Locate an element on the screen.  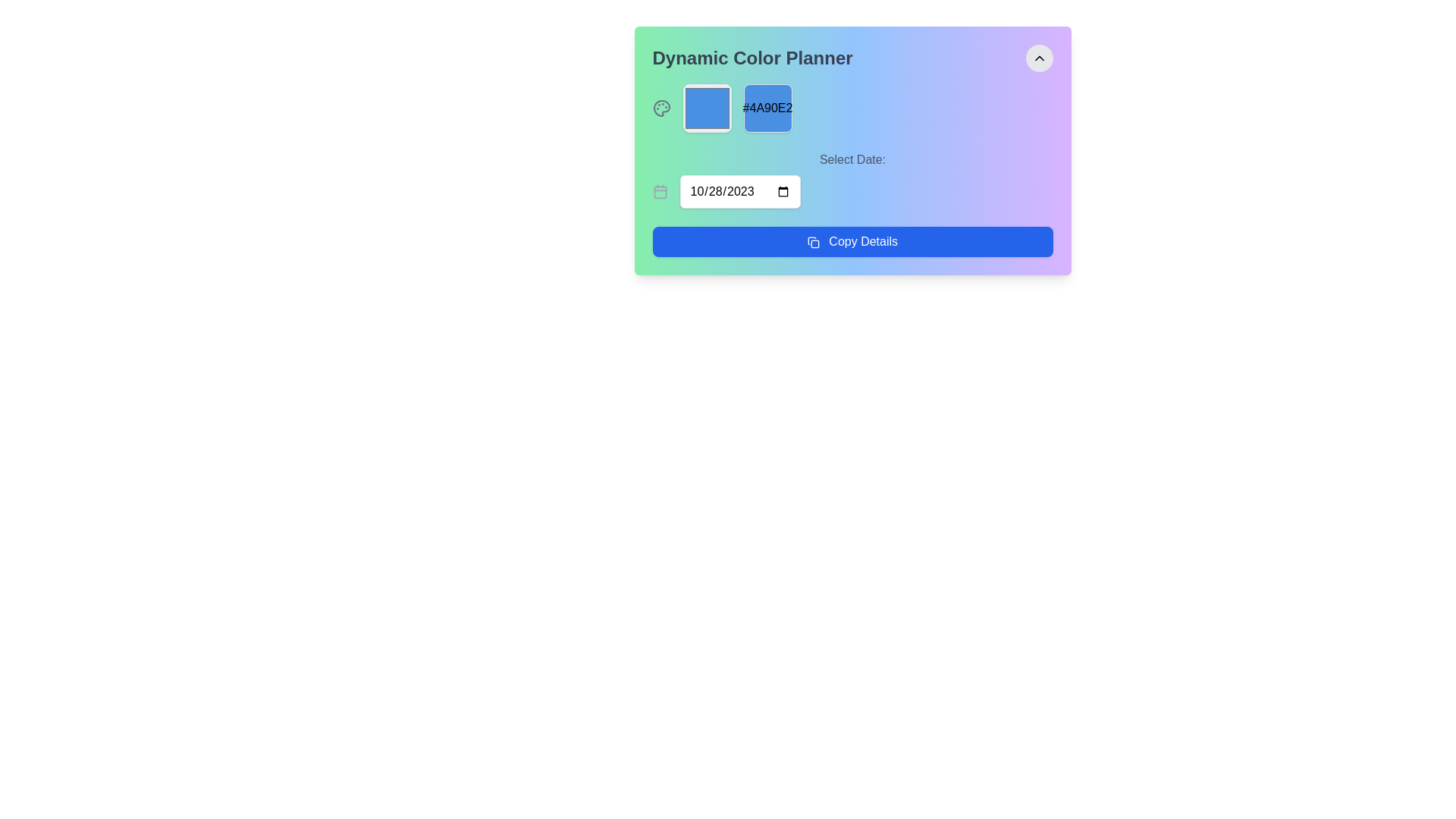
the Date input field located under the 'Select Date:' label, which allows users to input or select a date and may open a date-picker widget when clicked is located at coordinates (739, 191).